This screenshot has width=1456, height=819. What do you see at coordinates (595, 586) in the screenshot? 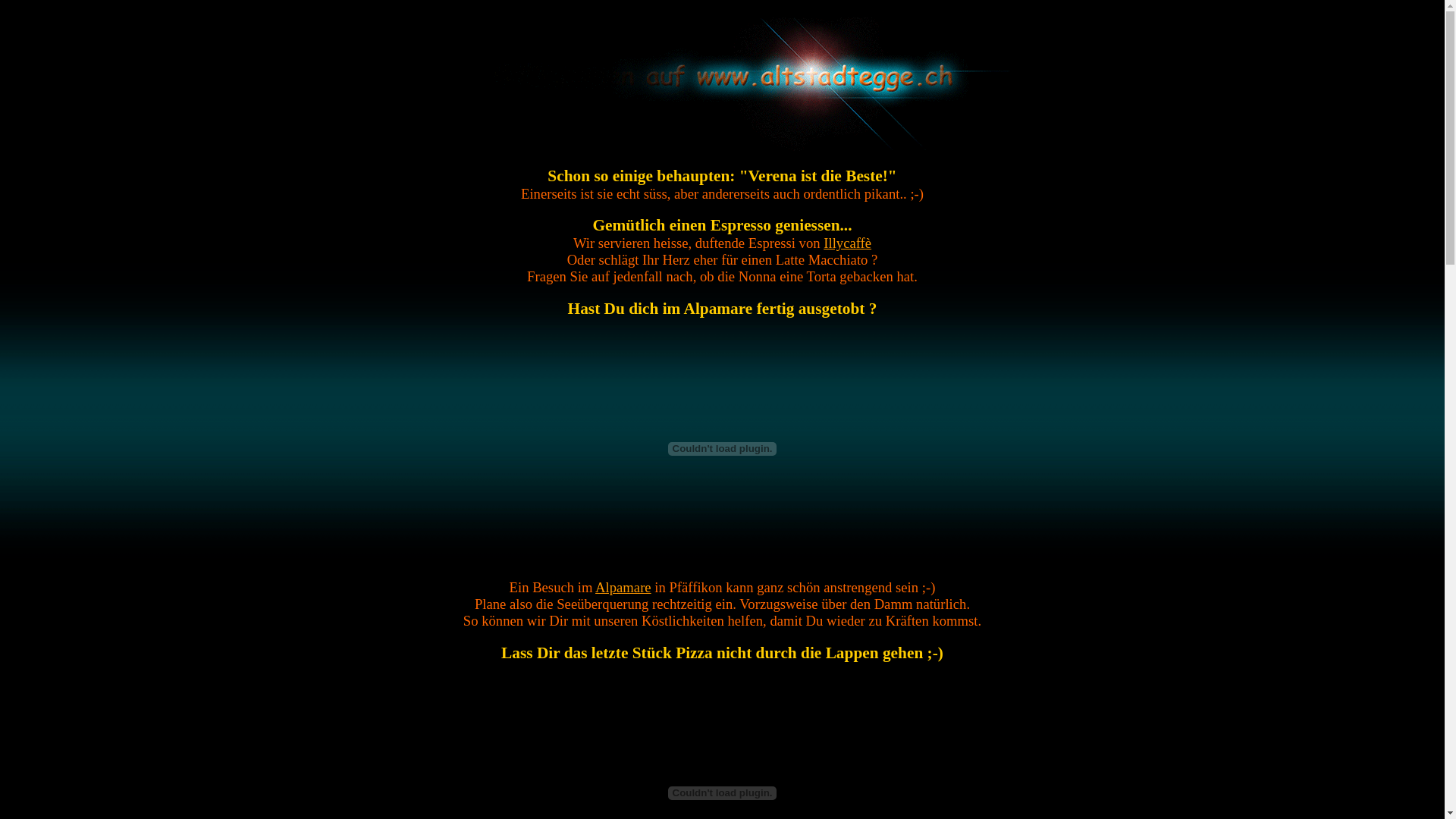
I see `'Alpamare'` at bounding box center [595, 586].